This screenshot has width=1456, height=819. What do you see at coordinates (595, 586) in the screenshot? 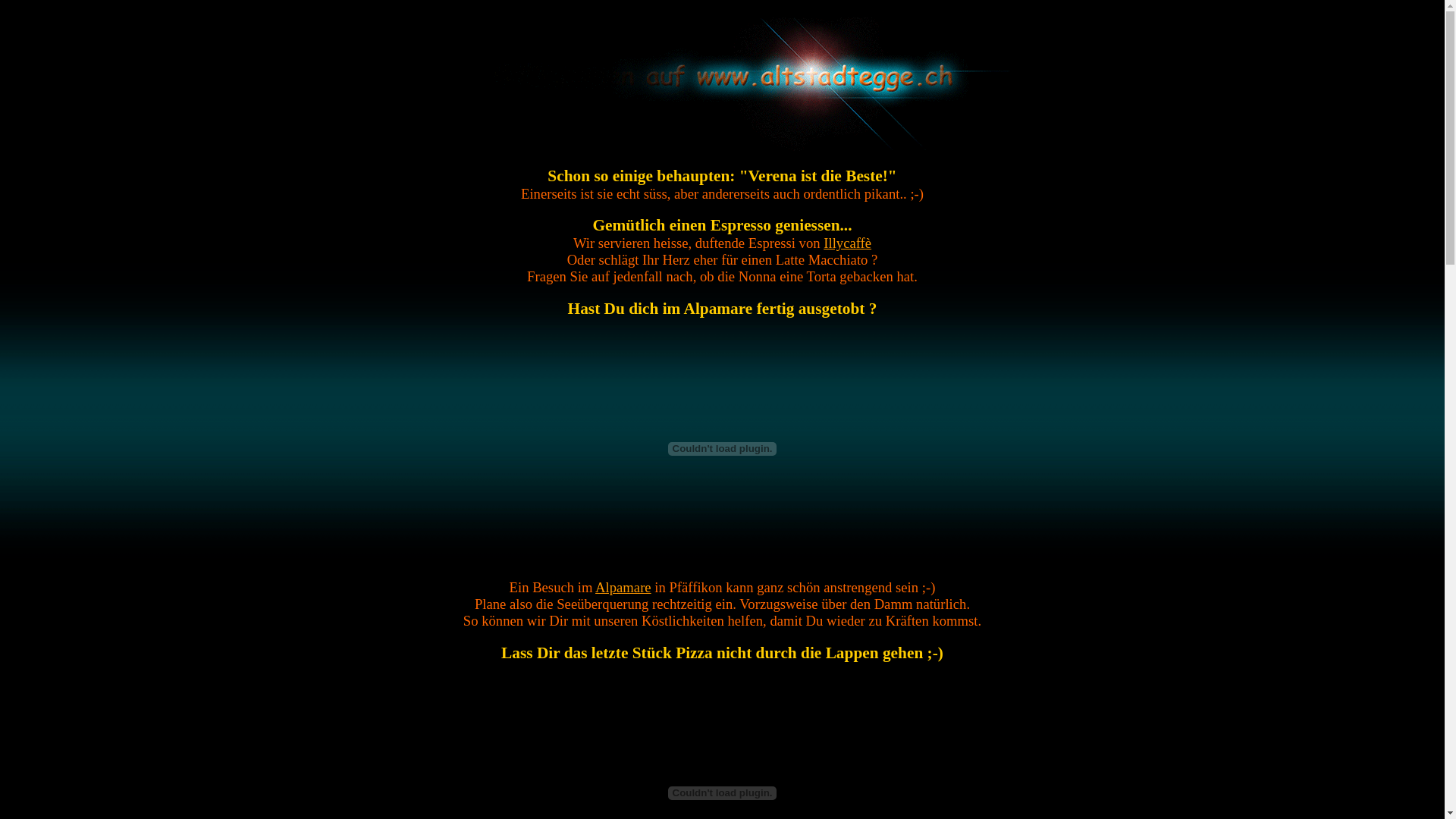
I see `'Alpamare'` at bounding box center [595, 586].